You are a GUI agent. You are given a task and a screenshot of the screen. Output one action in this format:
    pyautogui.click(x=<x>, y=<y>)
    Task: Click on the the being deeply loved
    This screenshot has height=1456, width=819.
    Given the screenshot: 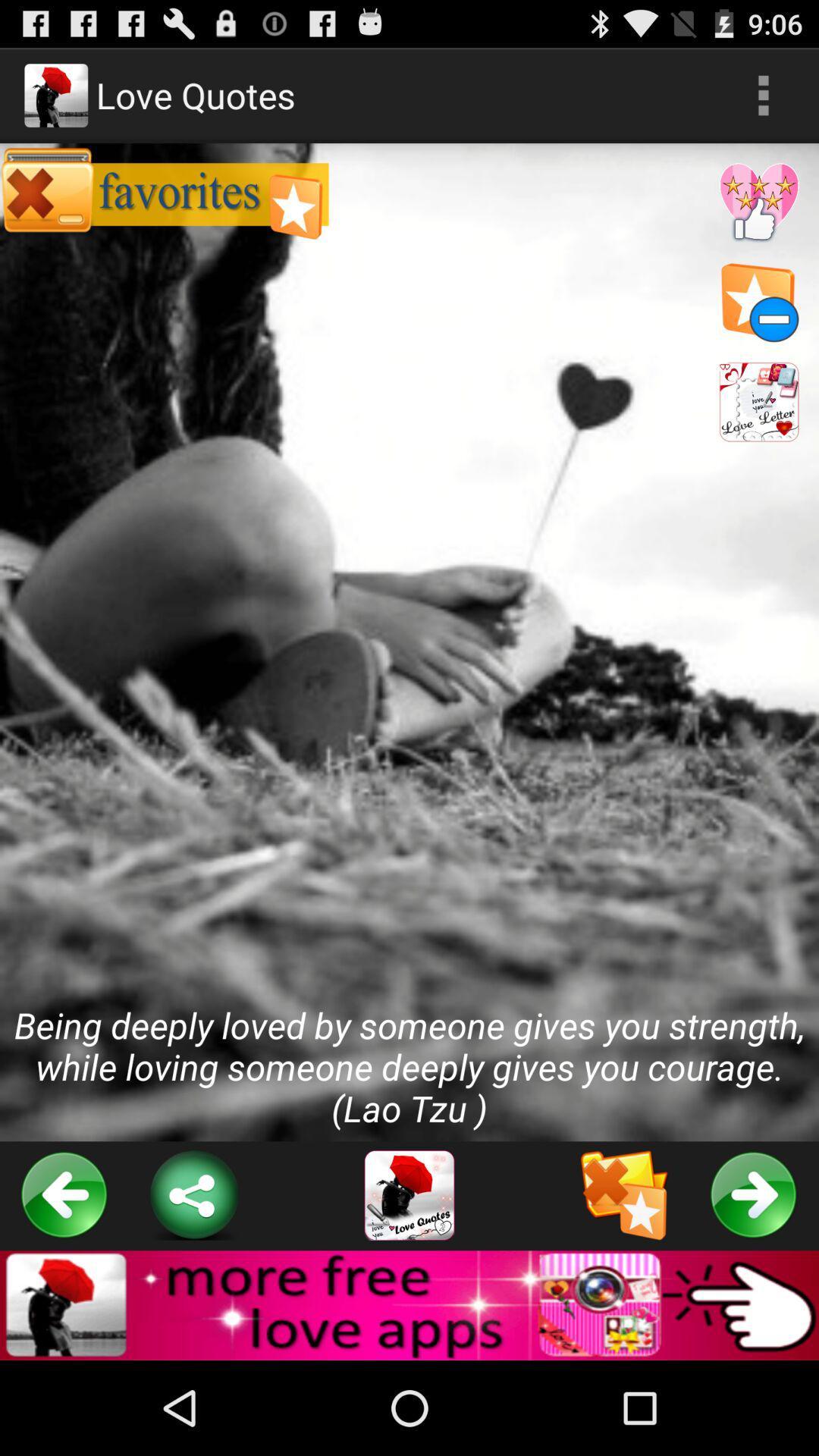 What is the action you would take?
    pyautogui.click(x=409, y=642)
    